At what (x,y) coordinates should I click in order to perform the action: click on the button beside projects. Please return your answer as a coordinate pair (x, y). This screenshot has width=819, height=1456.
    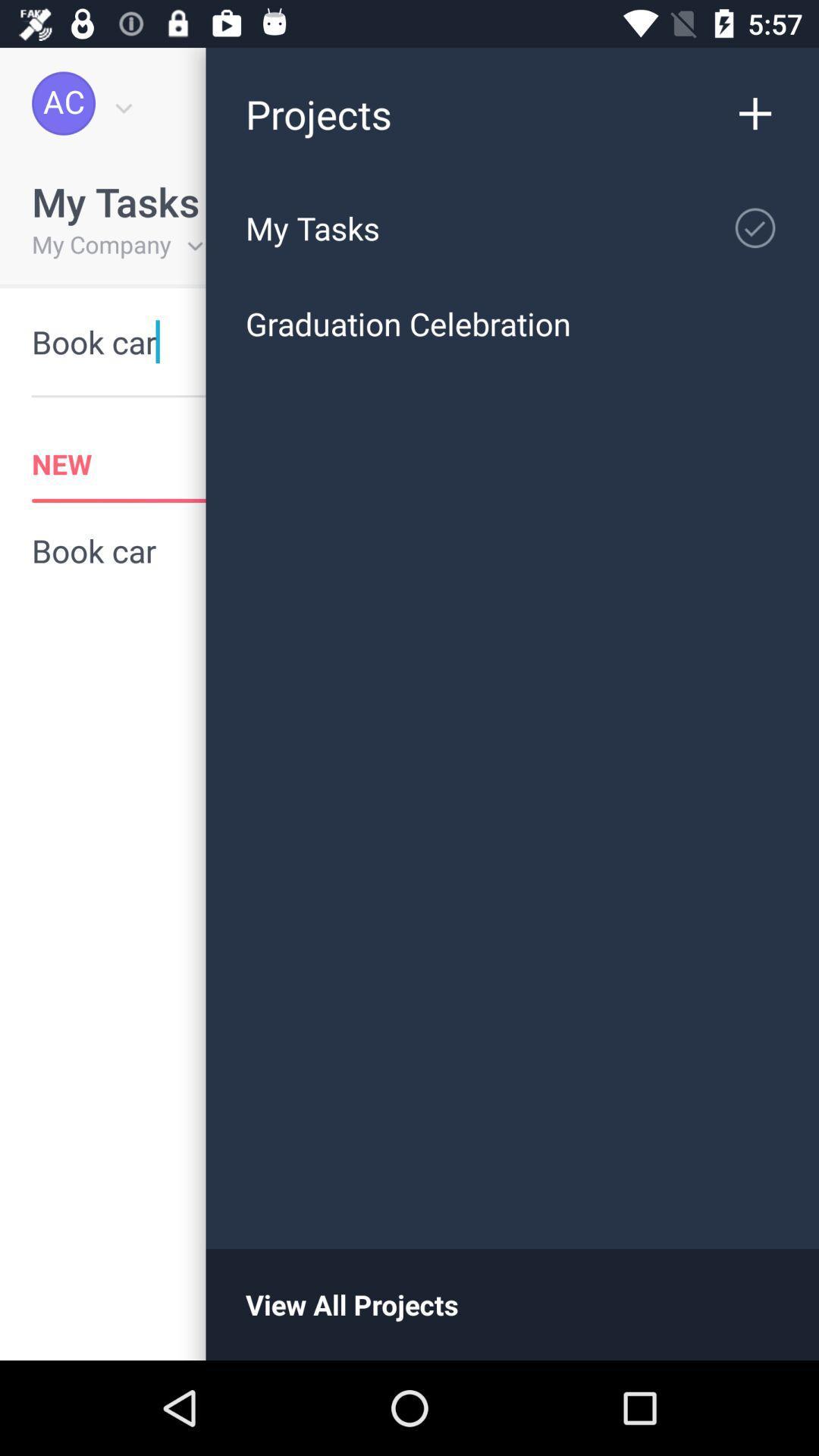
    Looking at the image, I should click on (763, 103).